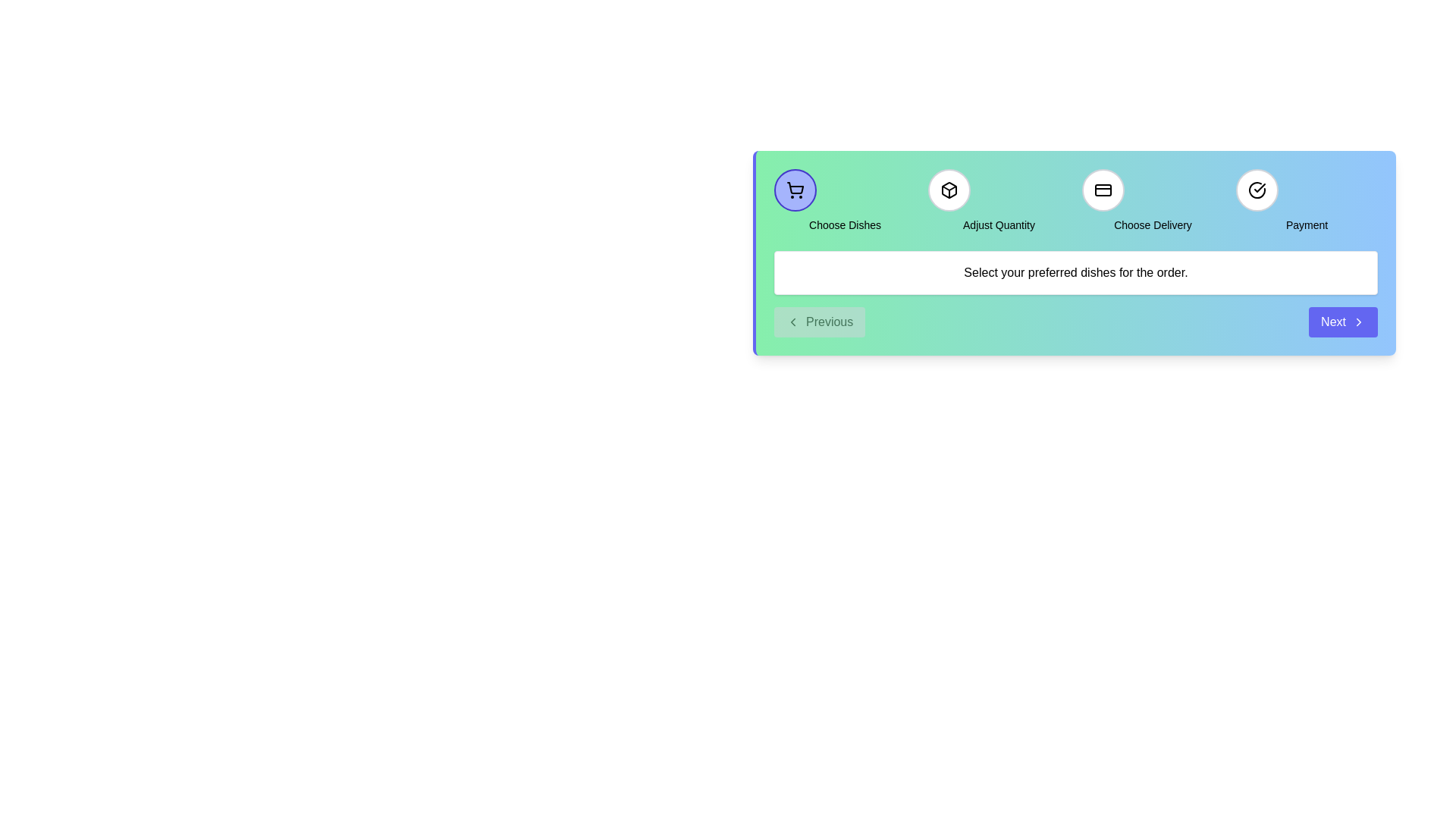 Image resolution: width=1456 pixels, height=819 pixels. I want to click on the 'Payment' icon in the top navigation bar, which is a circular element with gradient coloring indicating the payment stage in the process, so click(1257, 189).